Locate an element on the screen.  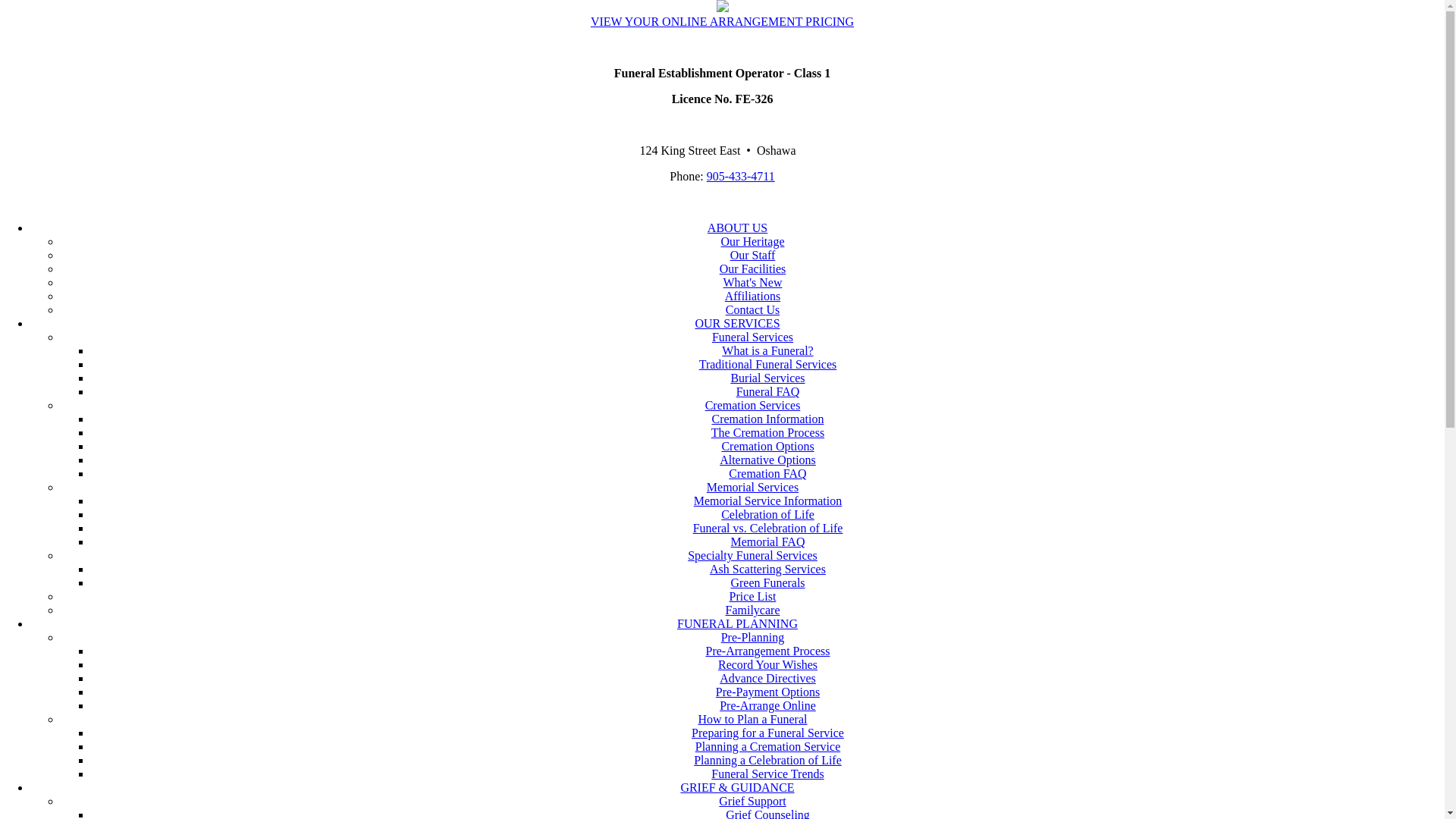
'Cremation Services' is located at coordinates (753, 404).